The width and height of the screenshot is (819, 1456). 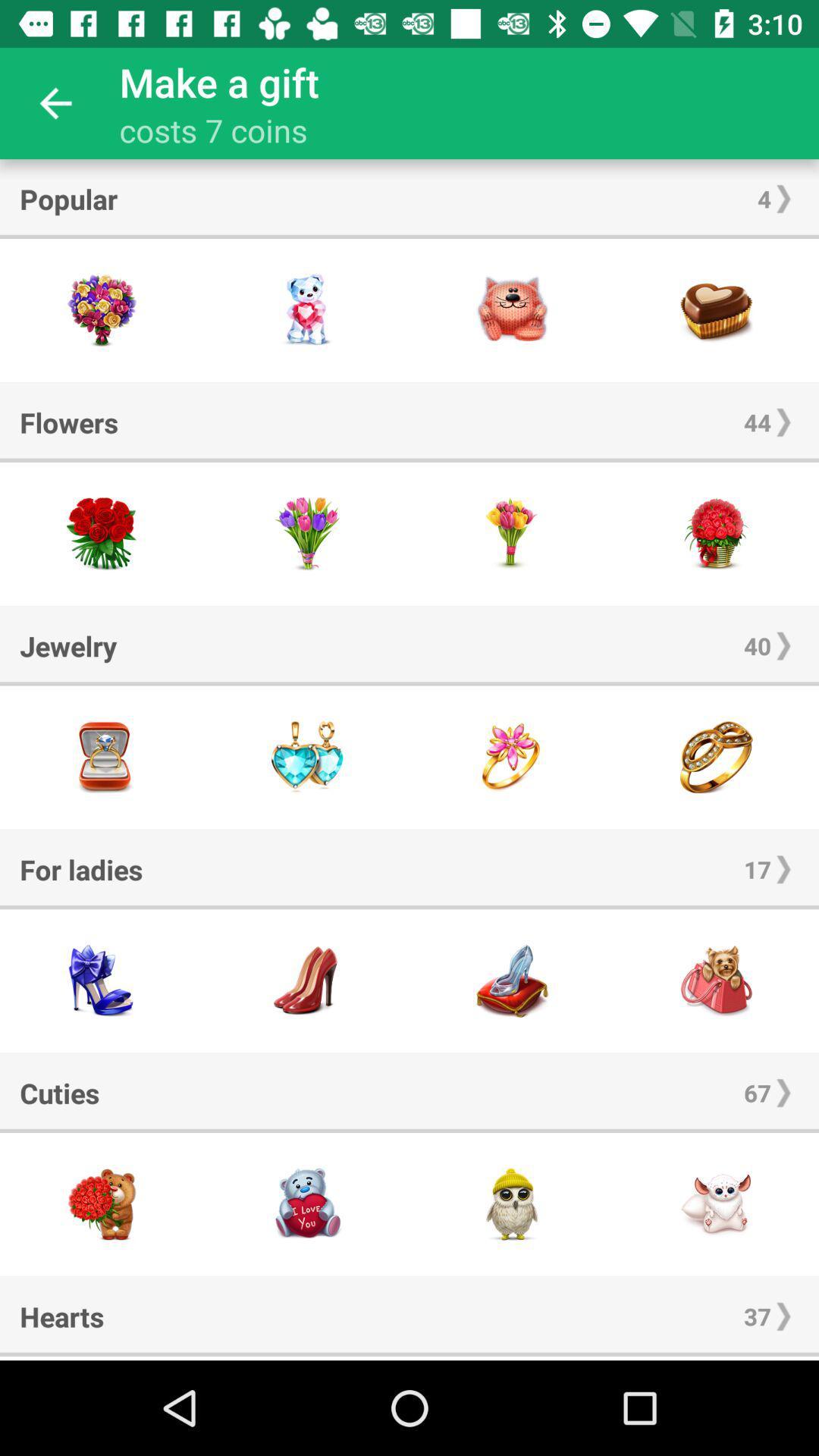 What do you see at coordinates (512, 1203) in the screenshot?
I see `share the article` at bounding box center [512, 1203].